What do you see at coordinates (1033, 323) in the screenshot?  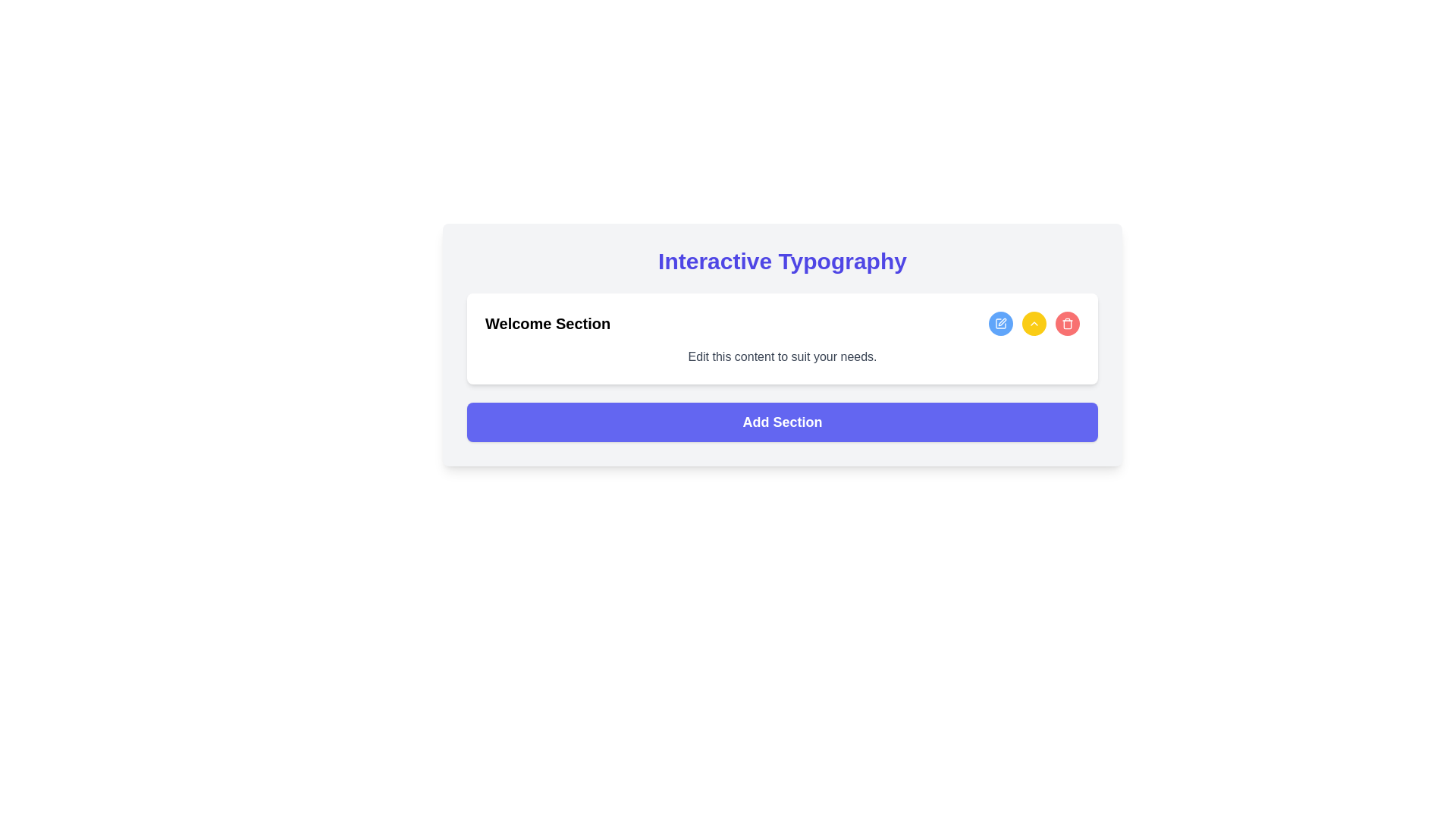 I see `the upward movement button located in the row of buttons below the 'Welcome Section' text` at bounding box center [1033, 323].